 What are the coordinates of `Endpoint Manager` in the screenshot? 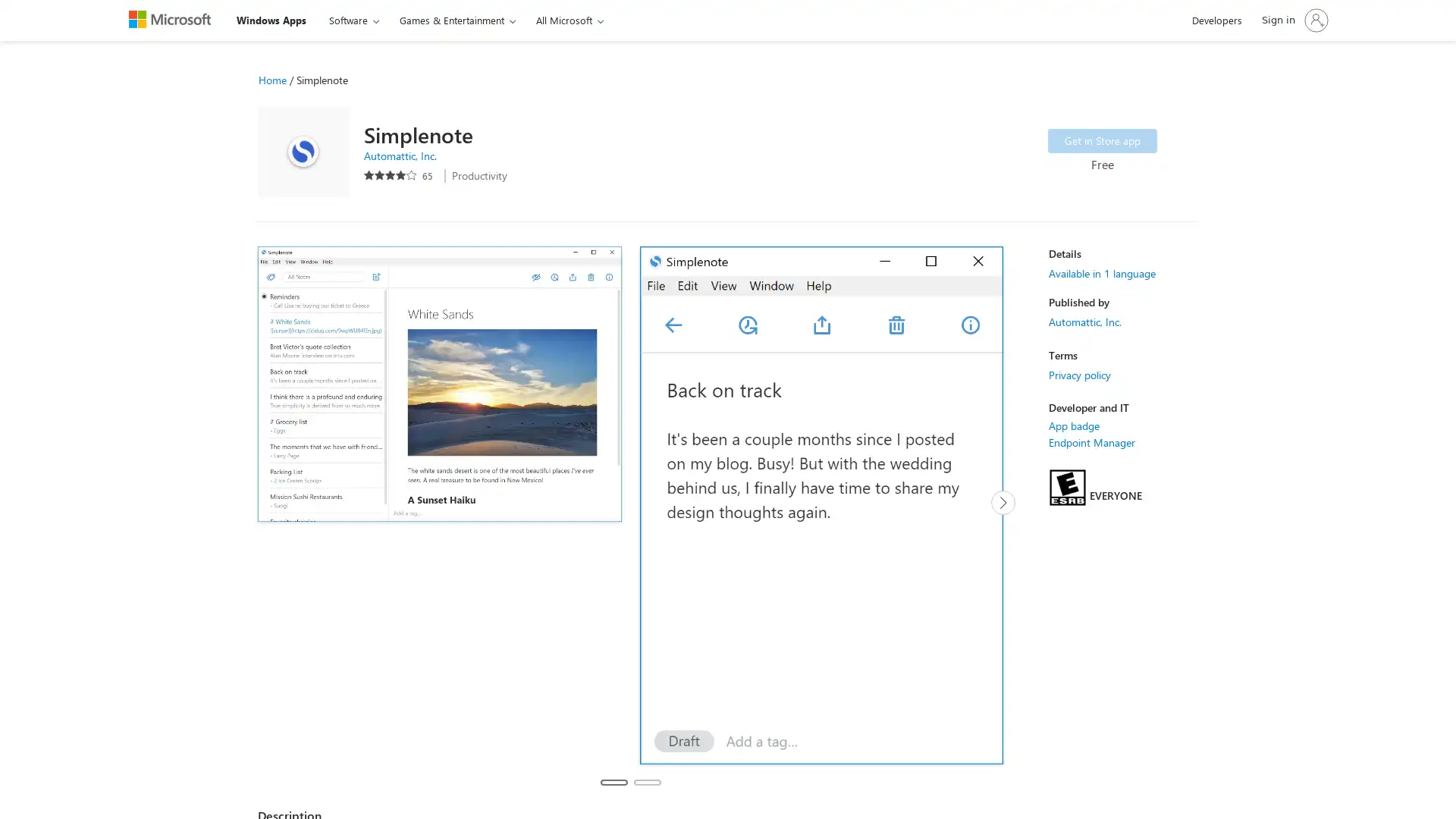 It's located at (1092, 442).